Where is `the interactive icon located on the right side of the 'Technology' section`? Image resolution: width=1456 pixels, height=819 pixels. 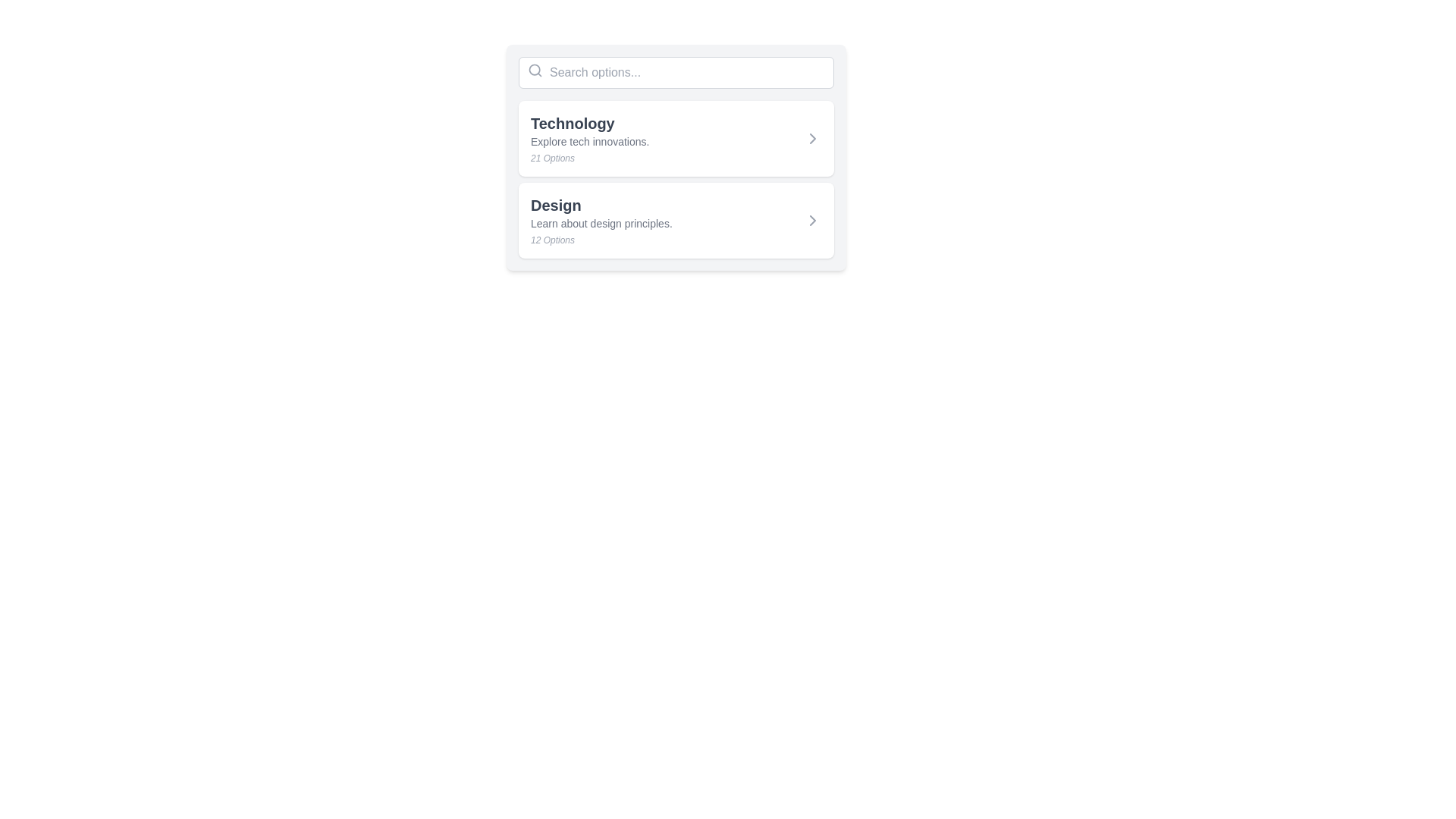 the interactive icon located on the right side of the 'Technology' section is located at coordinates (811, 138).